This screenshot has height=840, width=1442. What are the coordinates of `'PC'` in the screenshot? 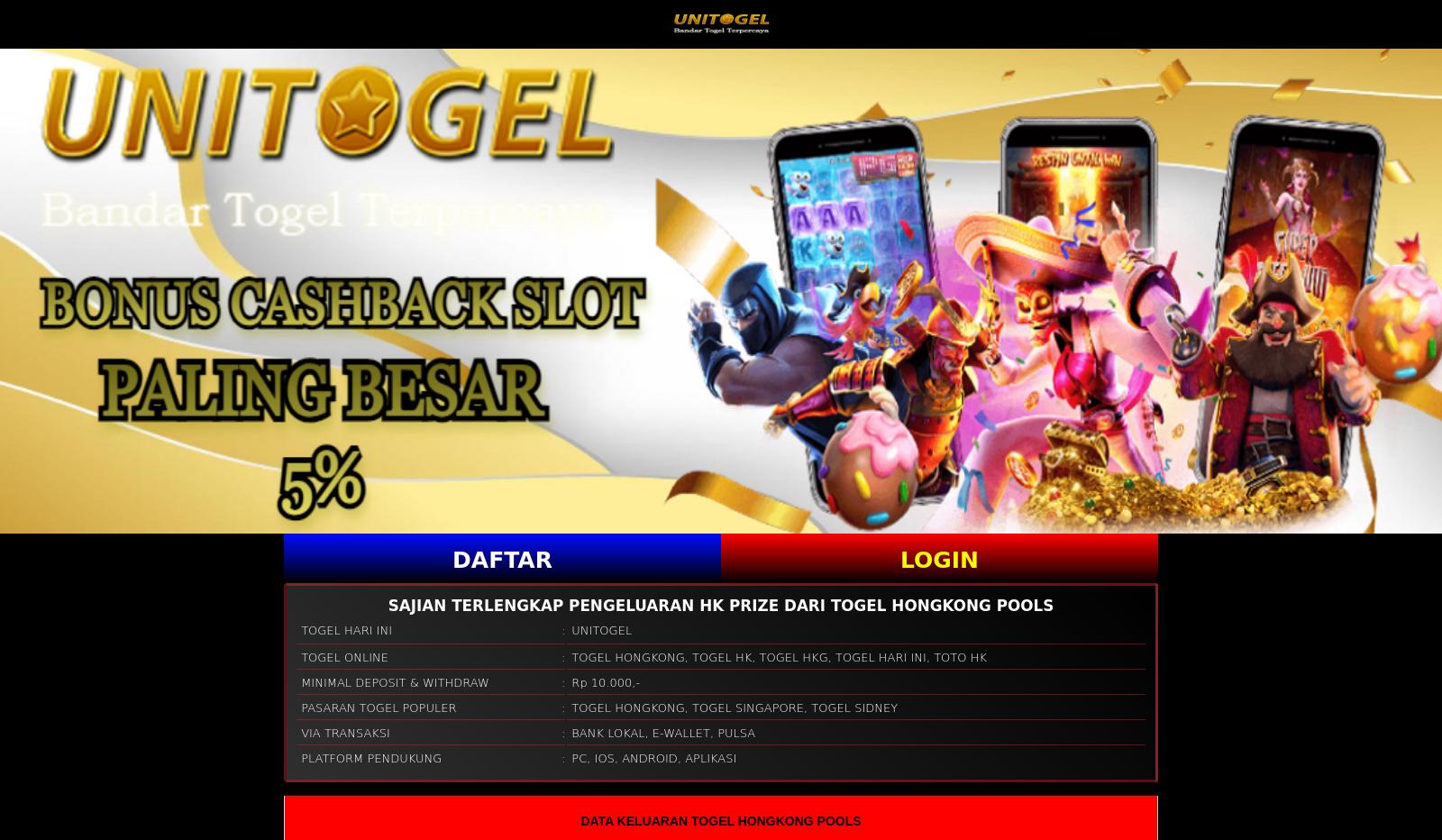 It's located at (570, 756).